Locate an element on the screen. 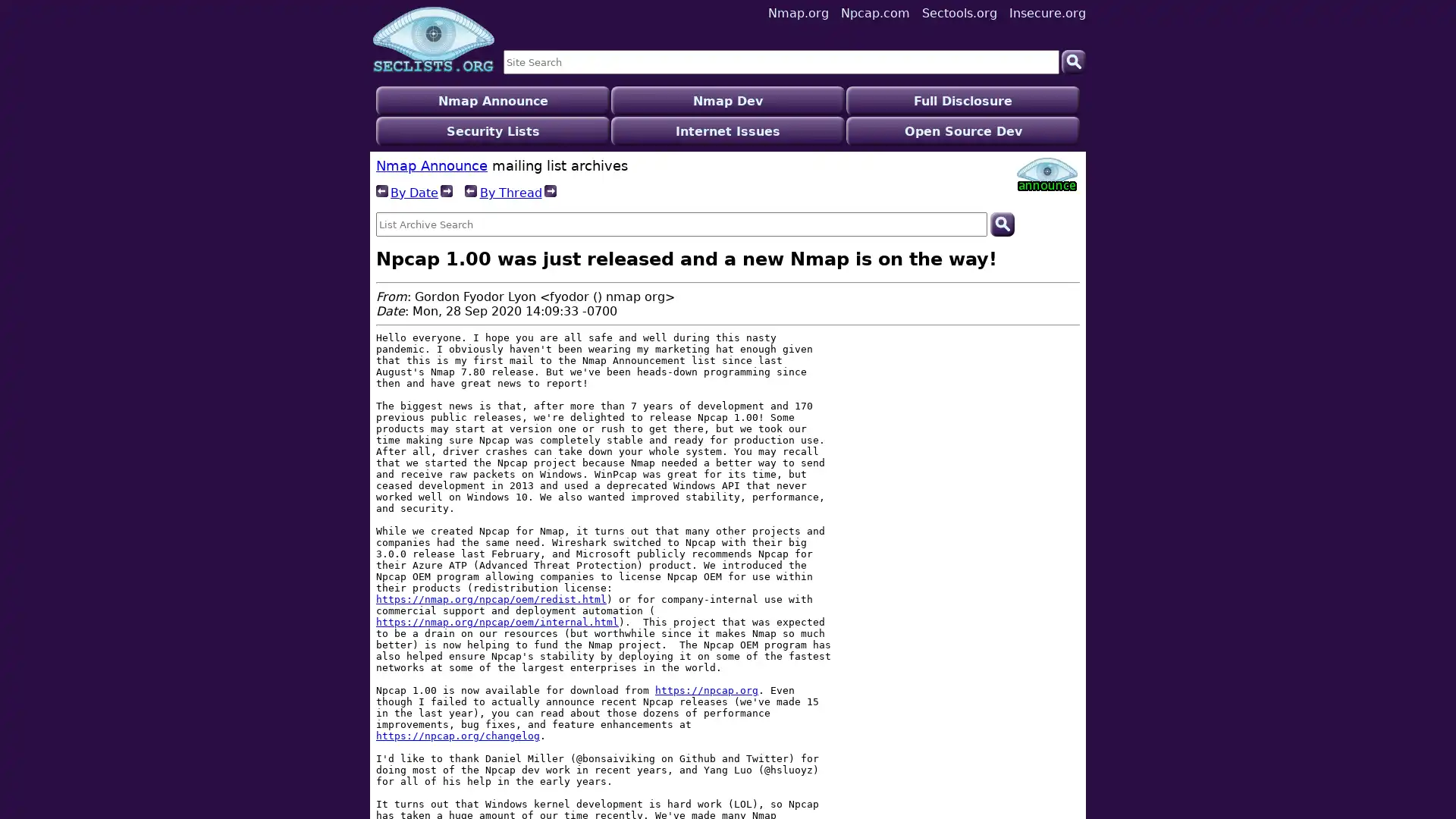  Search is located at coordinates (1001, 193).